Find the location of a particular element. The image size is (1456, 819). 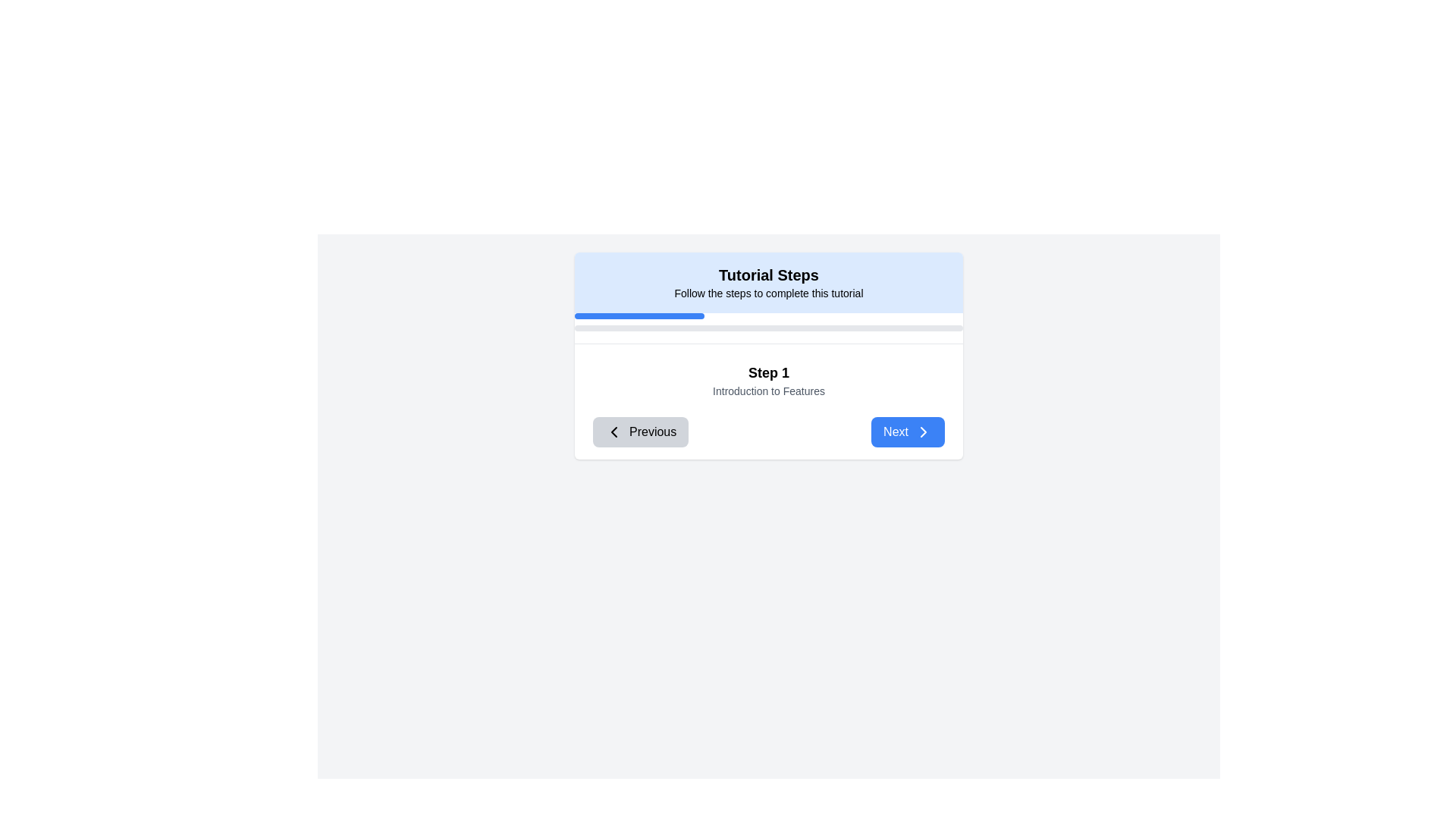

the header text label indicating the current step in the tutorial process, which is positioned above the text 'Introduction to Features' within a blue-bordered panel is located at coordinates (768, 373).